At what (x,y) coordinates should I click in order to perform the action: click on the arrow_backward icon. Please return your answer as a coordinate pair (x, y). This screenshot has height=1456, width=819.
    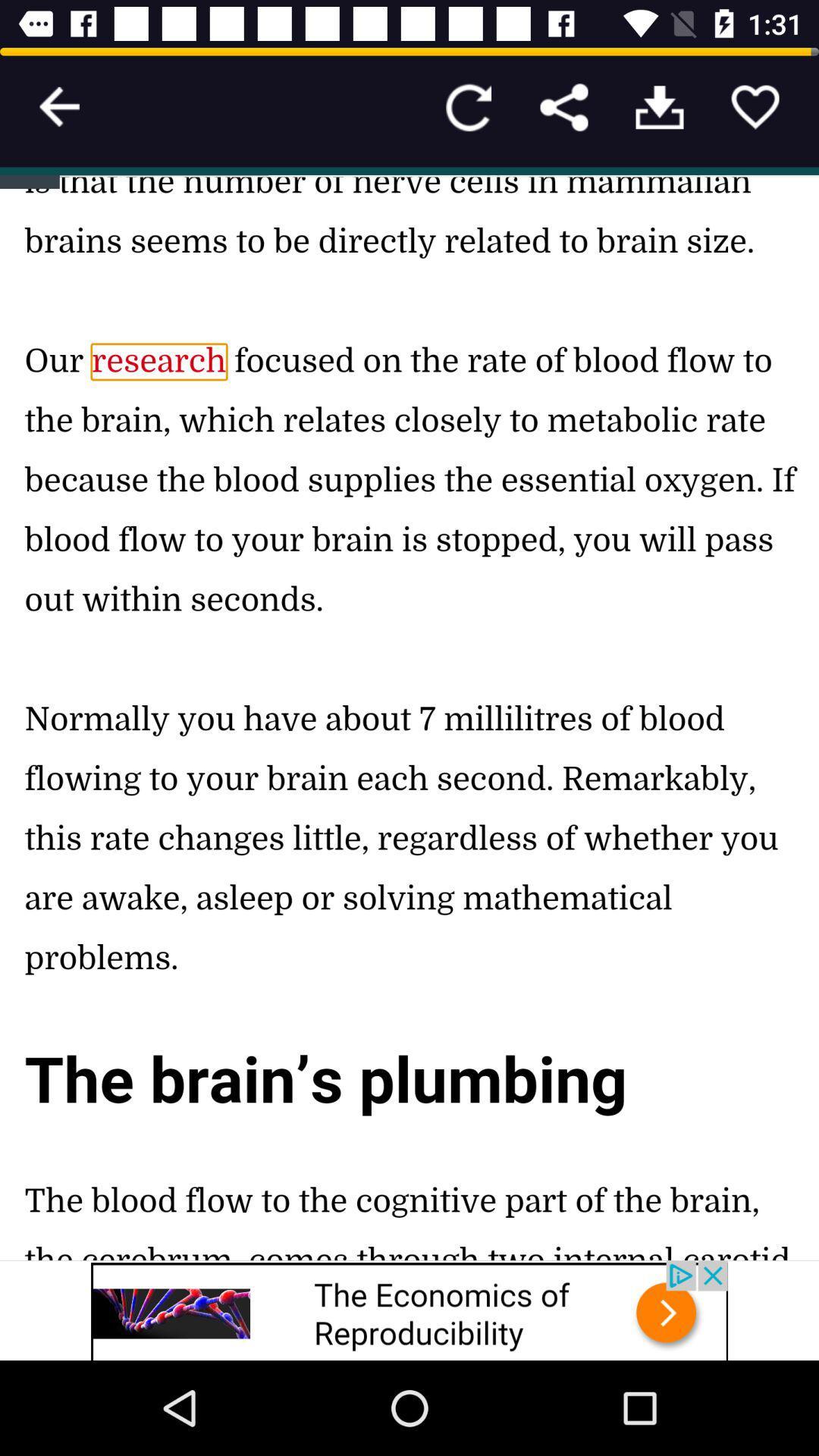
    Looking at the image, I should click on (58, 106).